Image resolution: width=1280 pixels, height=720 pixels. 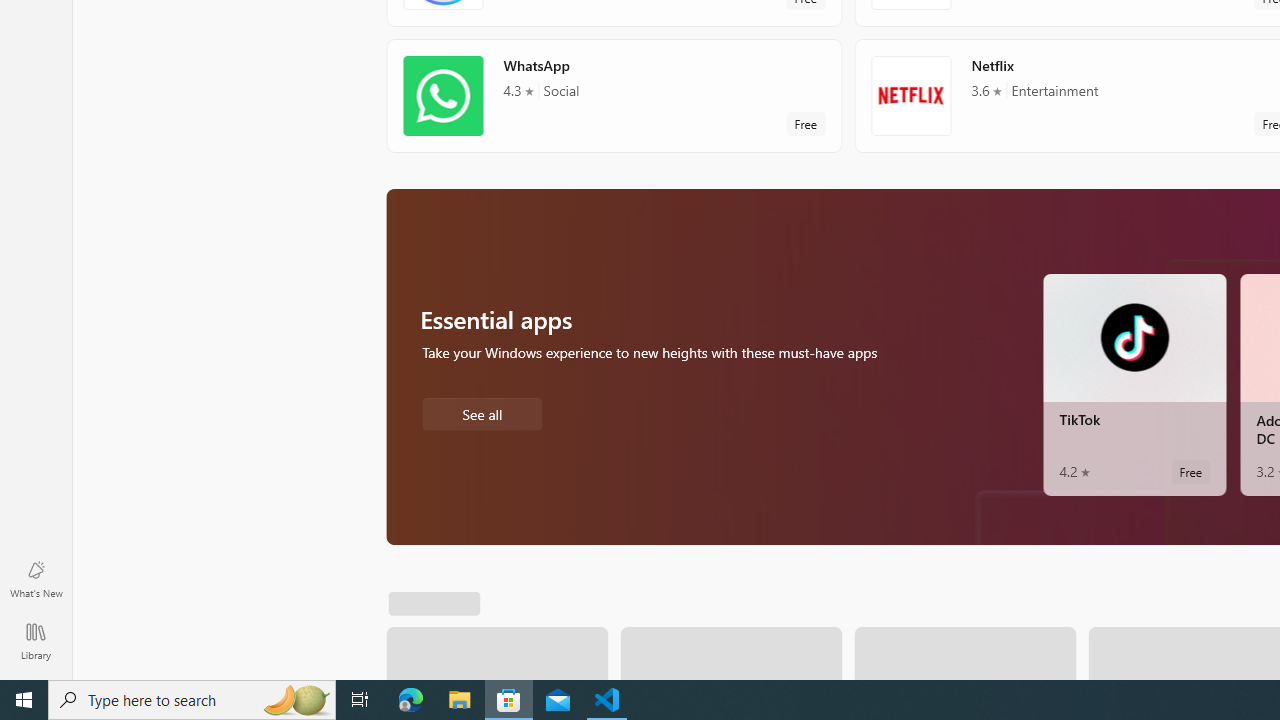 I want to click on 'Library', so click(x=35, y=640).